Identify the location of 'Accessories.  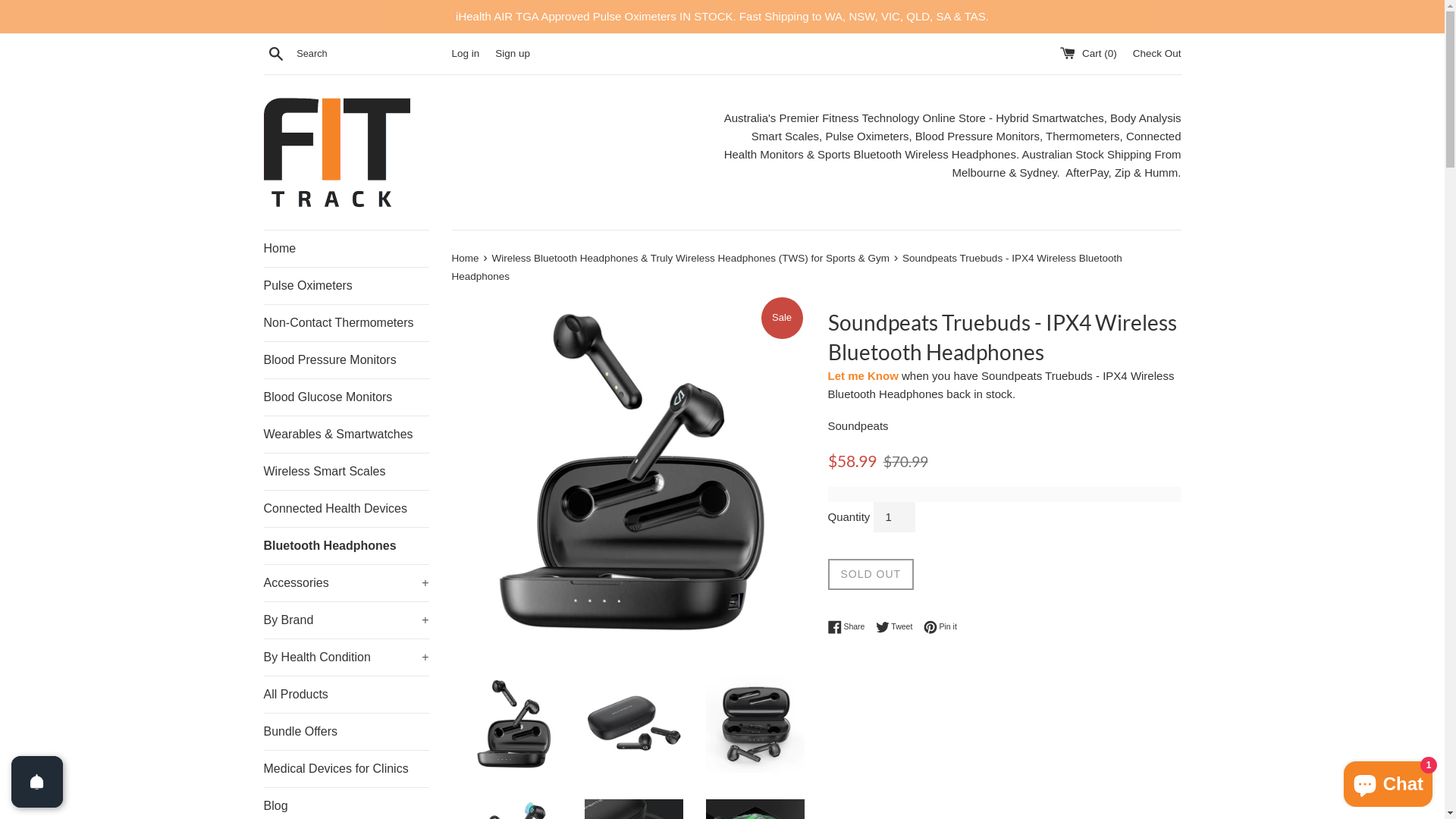
(263, 581).